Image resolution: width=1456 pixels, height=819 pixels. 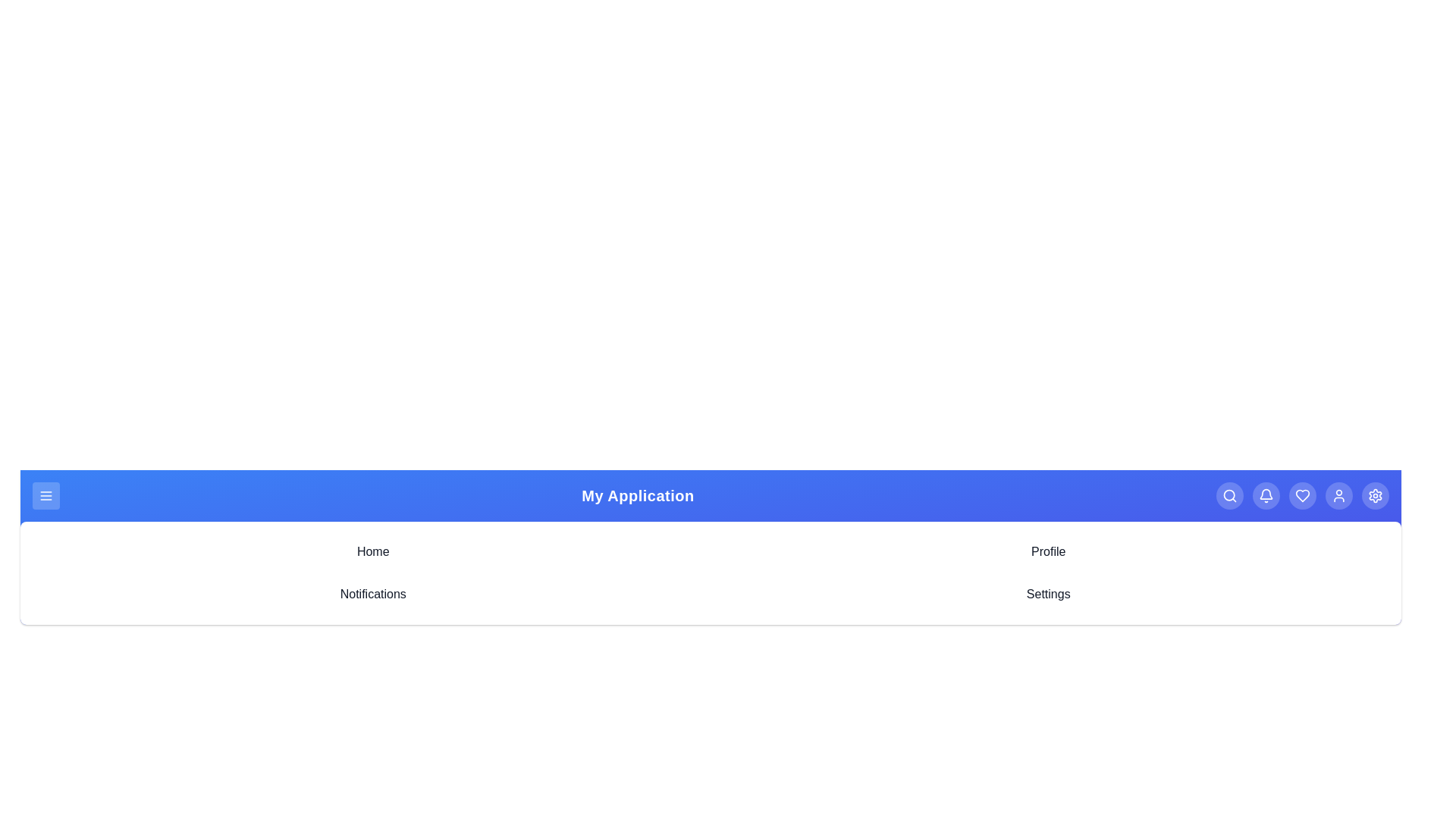 I want to click on hamburger menu button to toggle the menu, so click(x=46, y=496).